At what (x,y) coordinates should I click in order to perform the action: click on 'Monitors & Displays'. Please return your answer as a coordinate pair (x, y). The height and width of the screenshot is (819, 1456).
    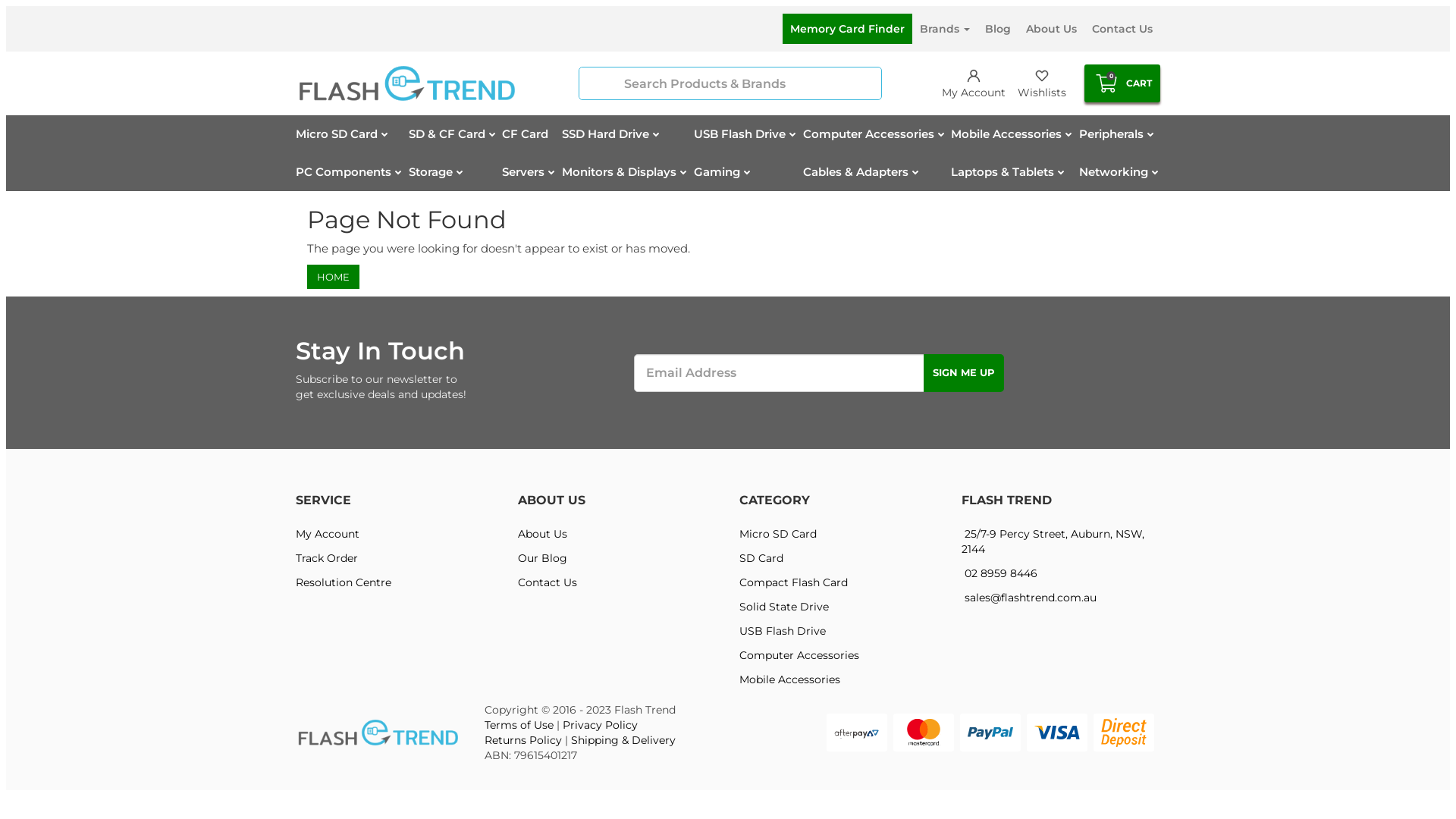
    Looking at the image, I should click on (560, 171).